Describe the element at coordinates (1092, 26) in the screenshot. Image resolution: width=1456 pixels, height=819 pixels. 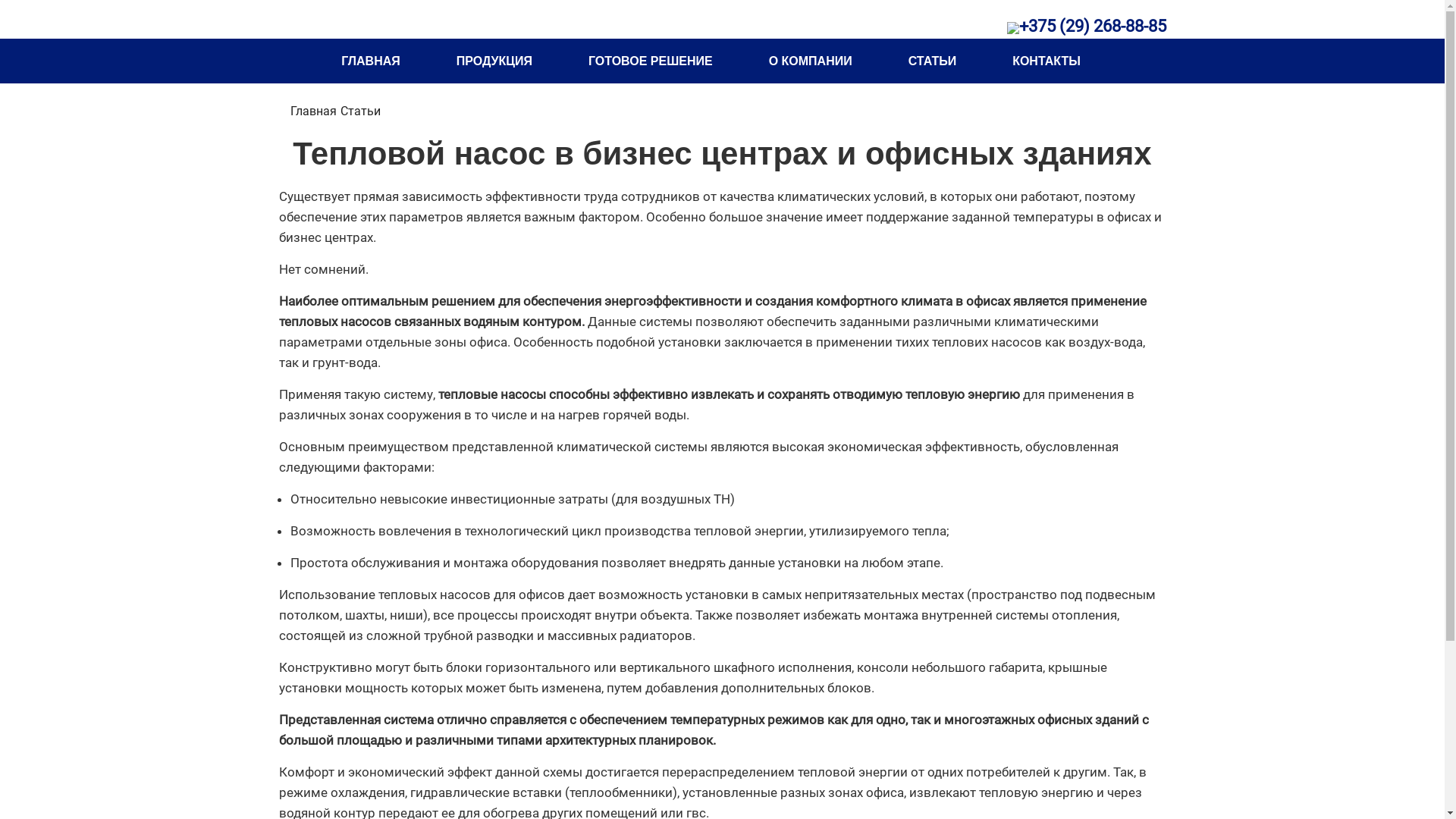
I see `'+375 (29) 268-88-85'` at that location.